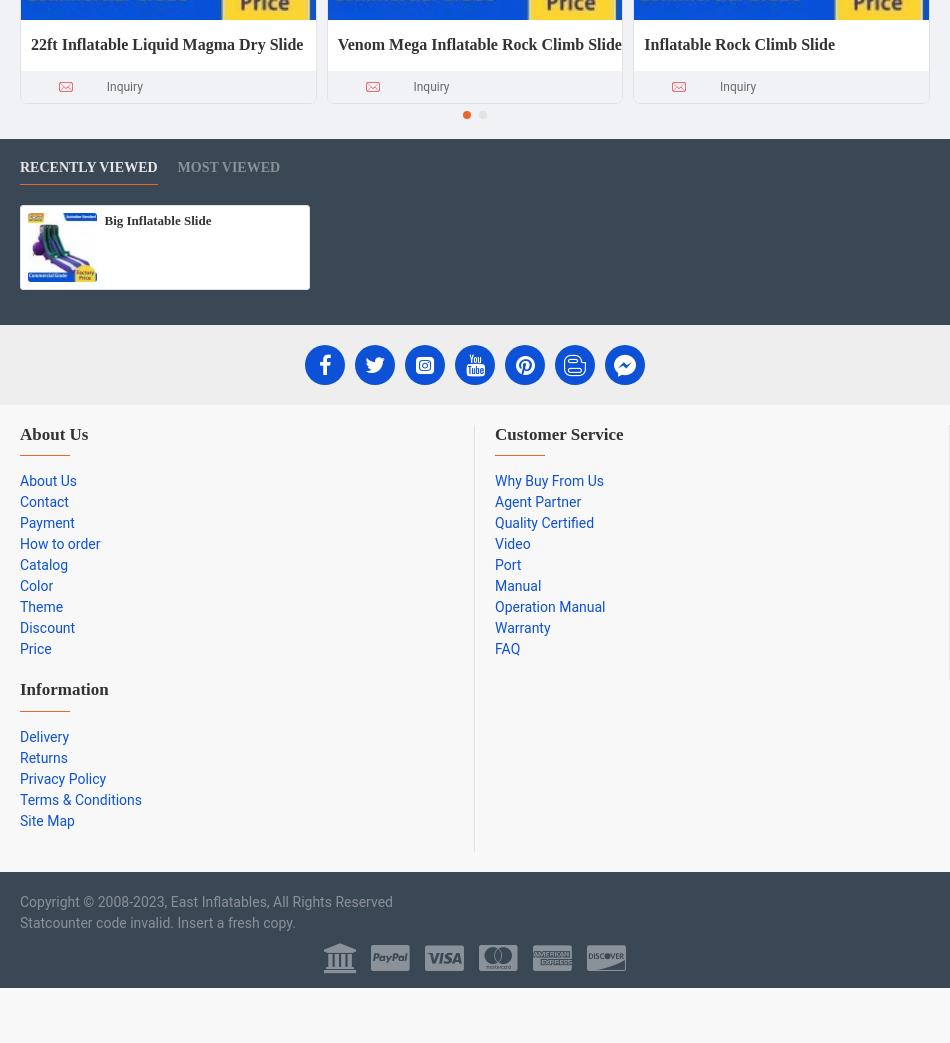  Describe the element at coordinates (47, 820) in the screenshot. I see `'Site Map'` at that location.